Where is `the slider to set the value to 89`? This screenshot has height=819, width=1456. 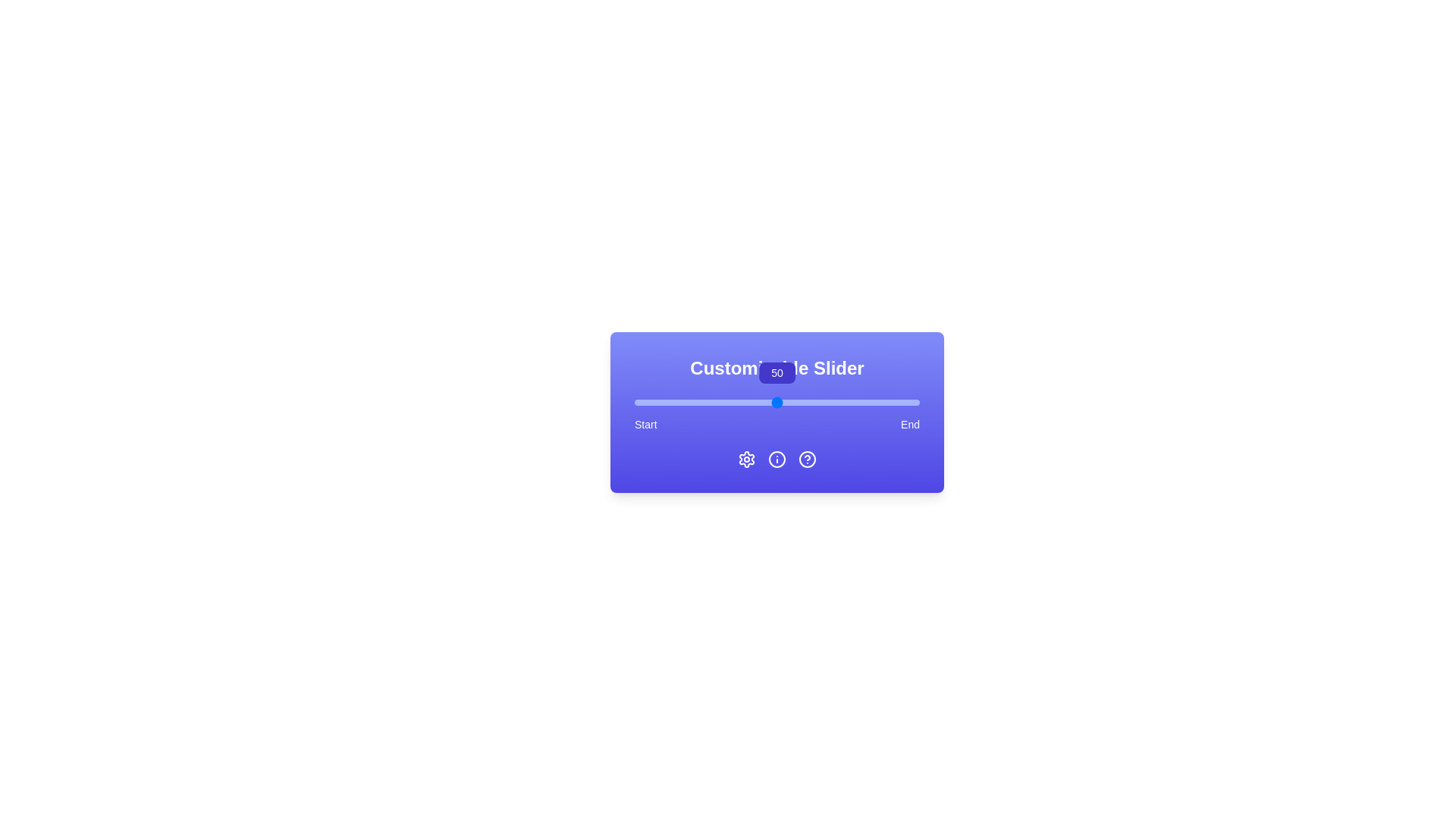
the slider to set the value to 89 is located at coordinates (888, 402).